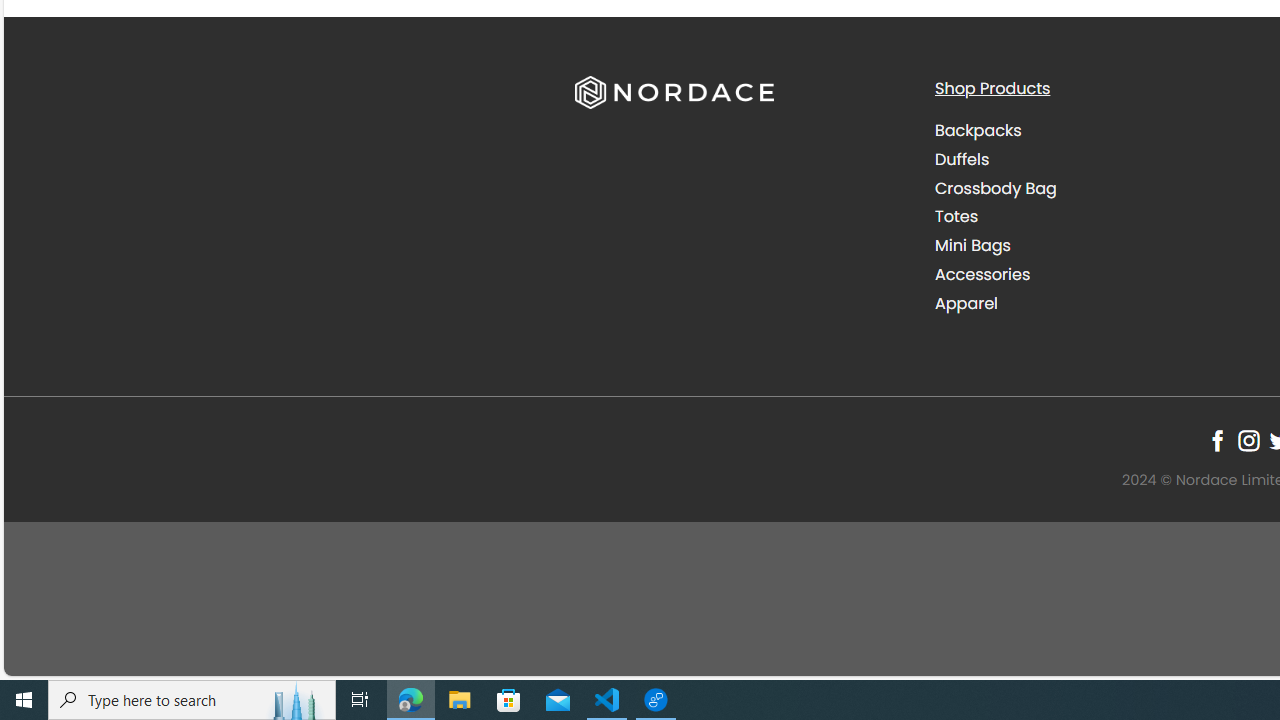 This screenshot has height=720, width=1280. What do you see at coordinates (1098, 158) in the screenshot?
I see `'Duffels'` at bounding box center [1098, 158].